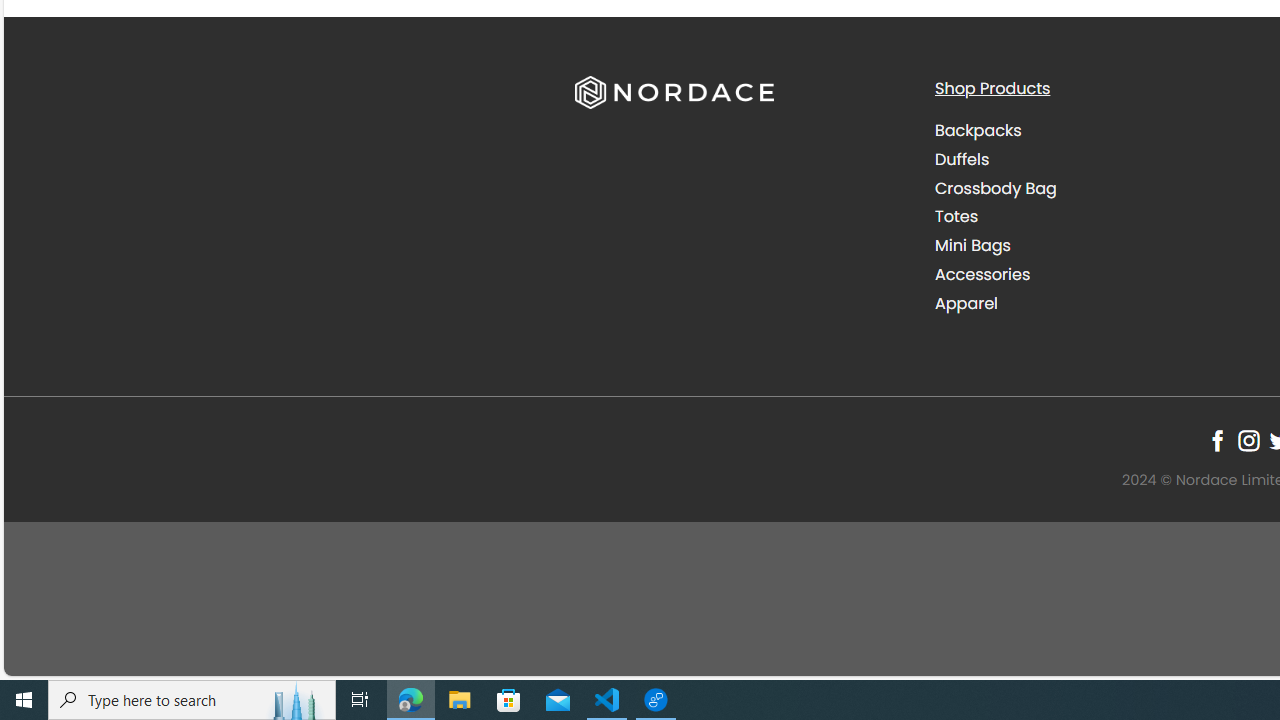 This screenshot has height=720, width=1280. What do you see at coordinates (1098, 158) in the screenshot?
I see `'Duffels'` at bounding box center [1098, 158].